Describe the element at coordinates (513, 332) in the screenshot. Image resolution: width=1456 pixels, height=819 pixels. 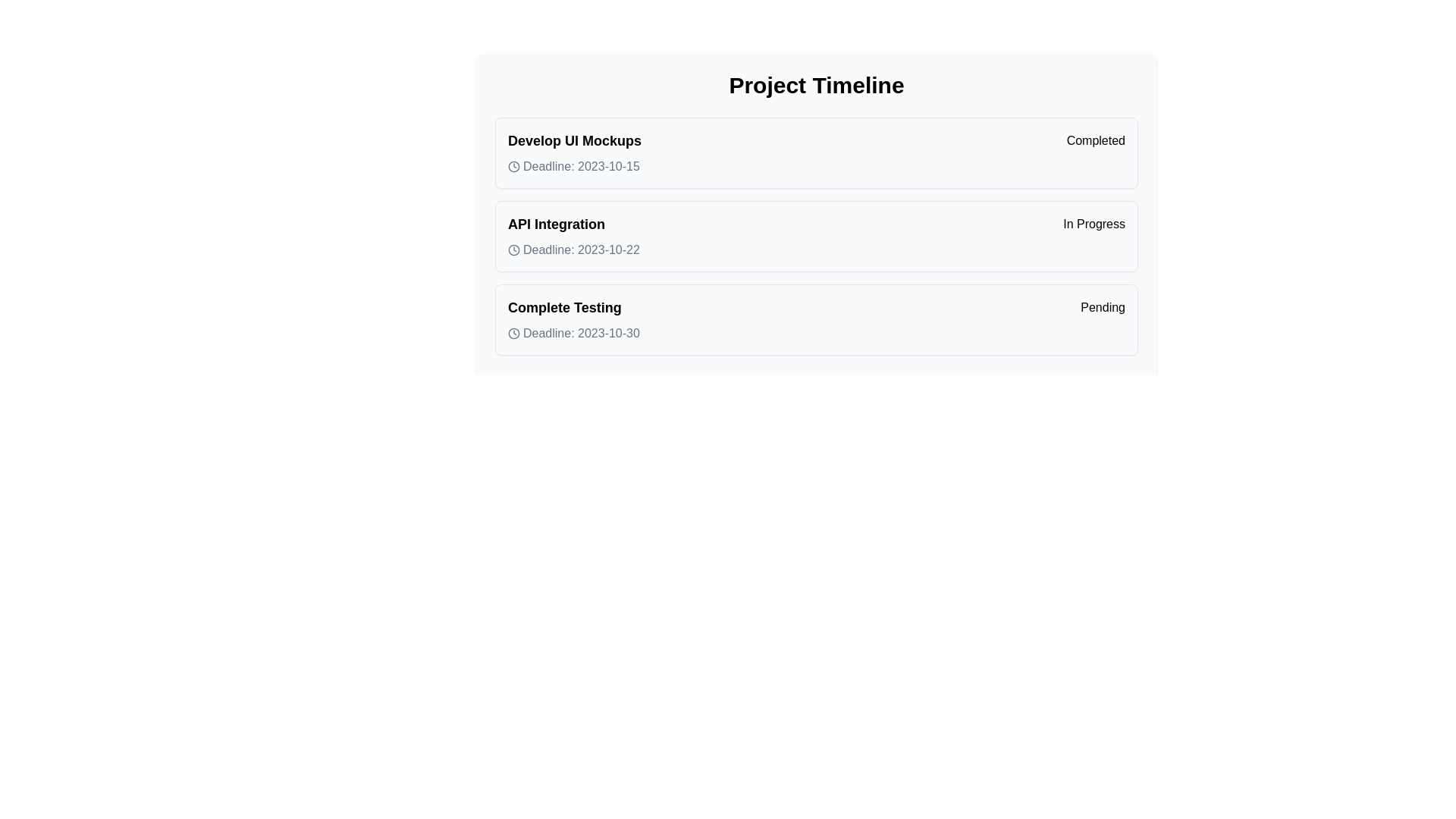
I see `the outermost circle icon representing a clock, located next to the label 'Complete Testing' under the Project Timeline section` at that location.